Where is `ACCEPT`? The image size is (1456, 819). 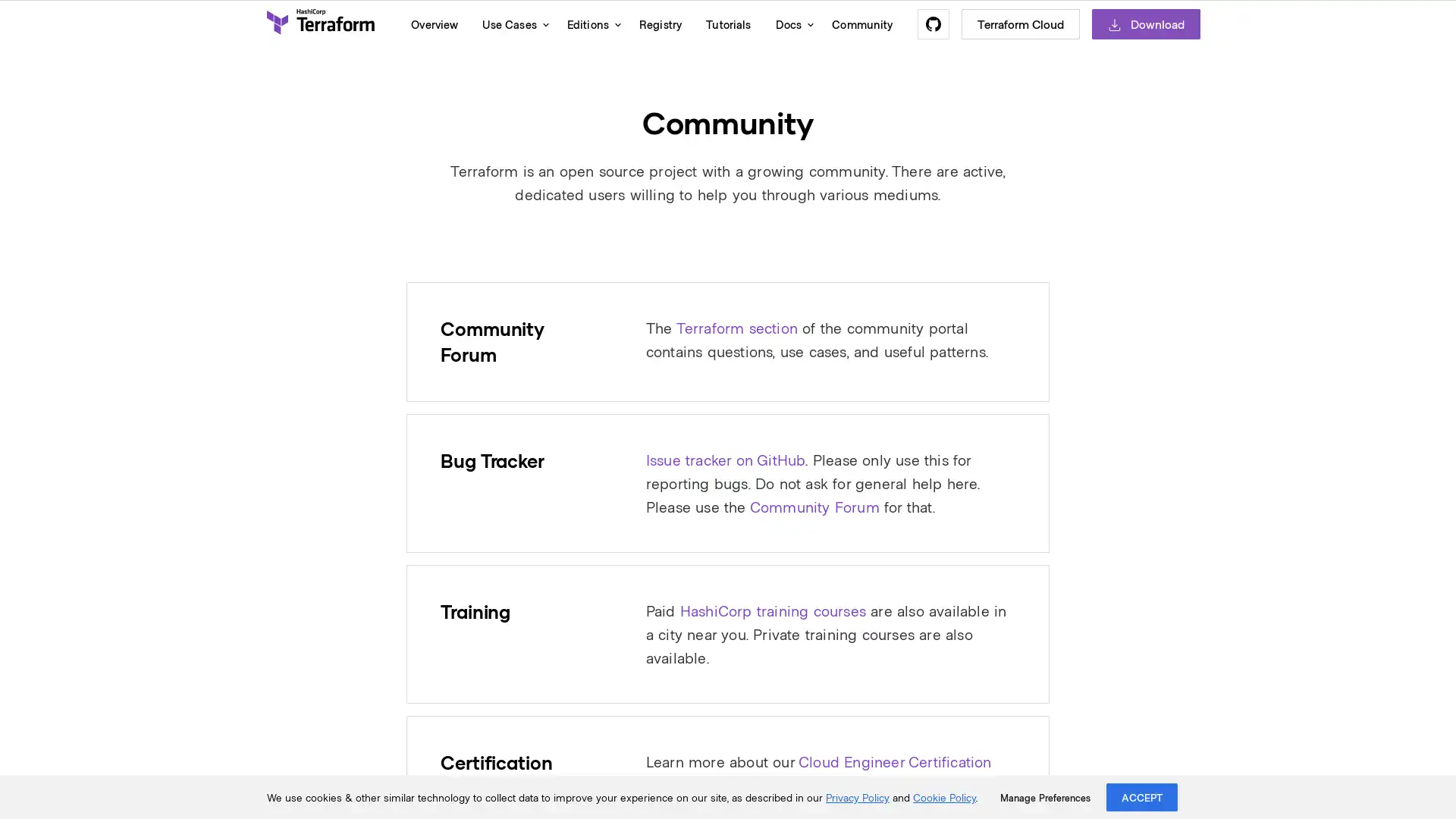 ACCEPT is located at coordinates (1142, 796).